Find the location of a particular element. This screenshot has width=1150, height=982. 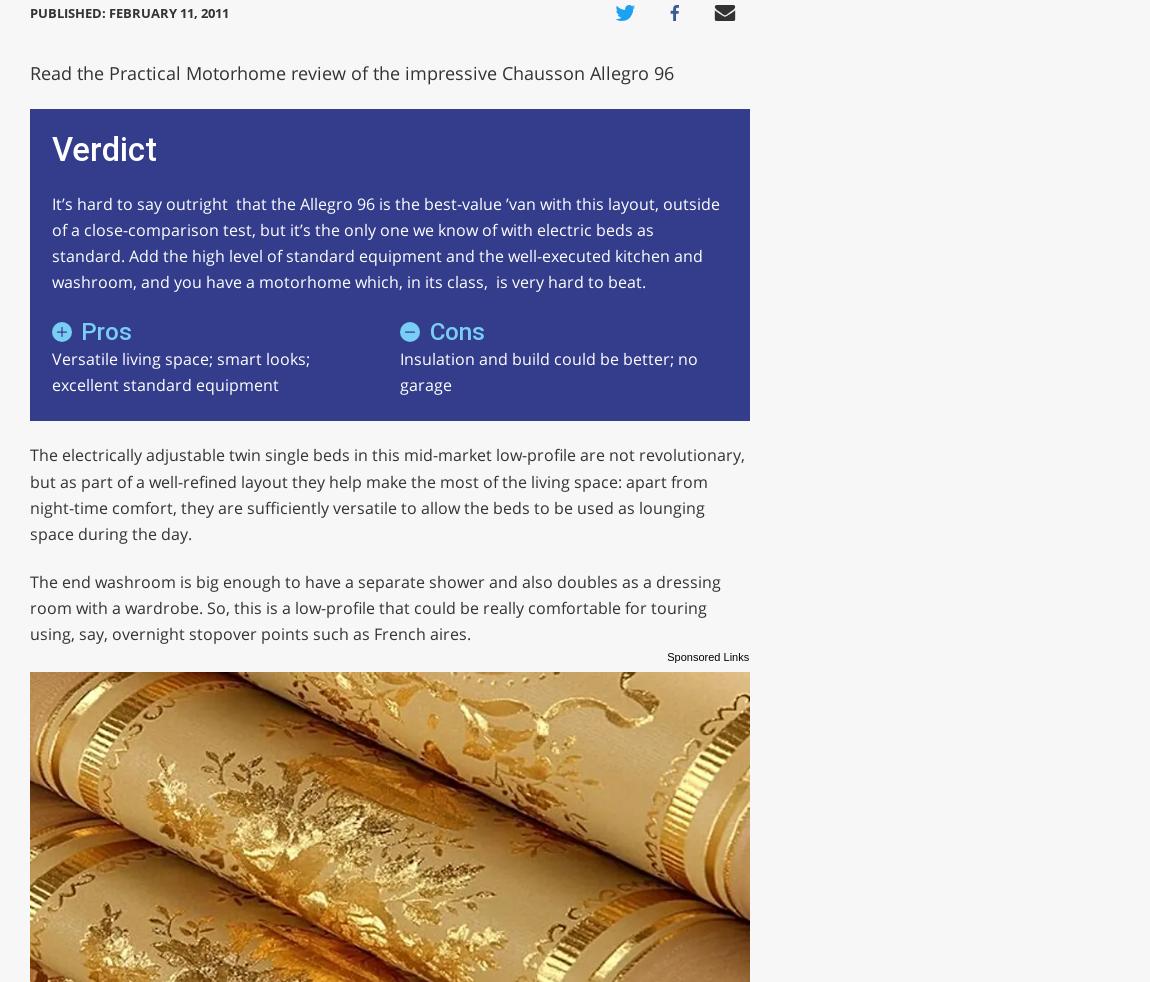

'Versatile living space; smart looks; excellent standard equipment' is located at coordinates (178, 371).